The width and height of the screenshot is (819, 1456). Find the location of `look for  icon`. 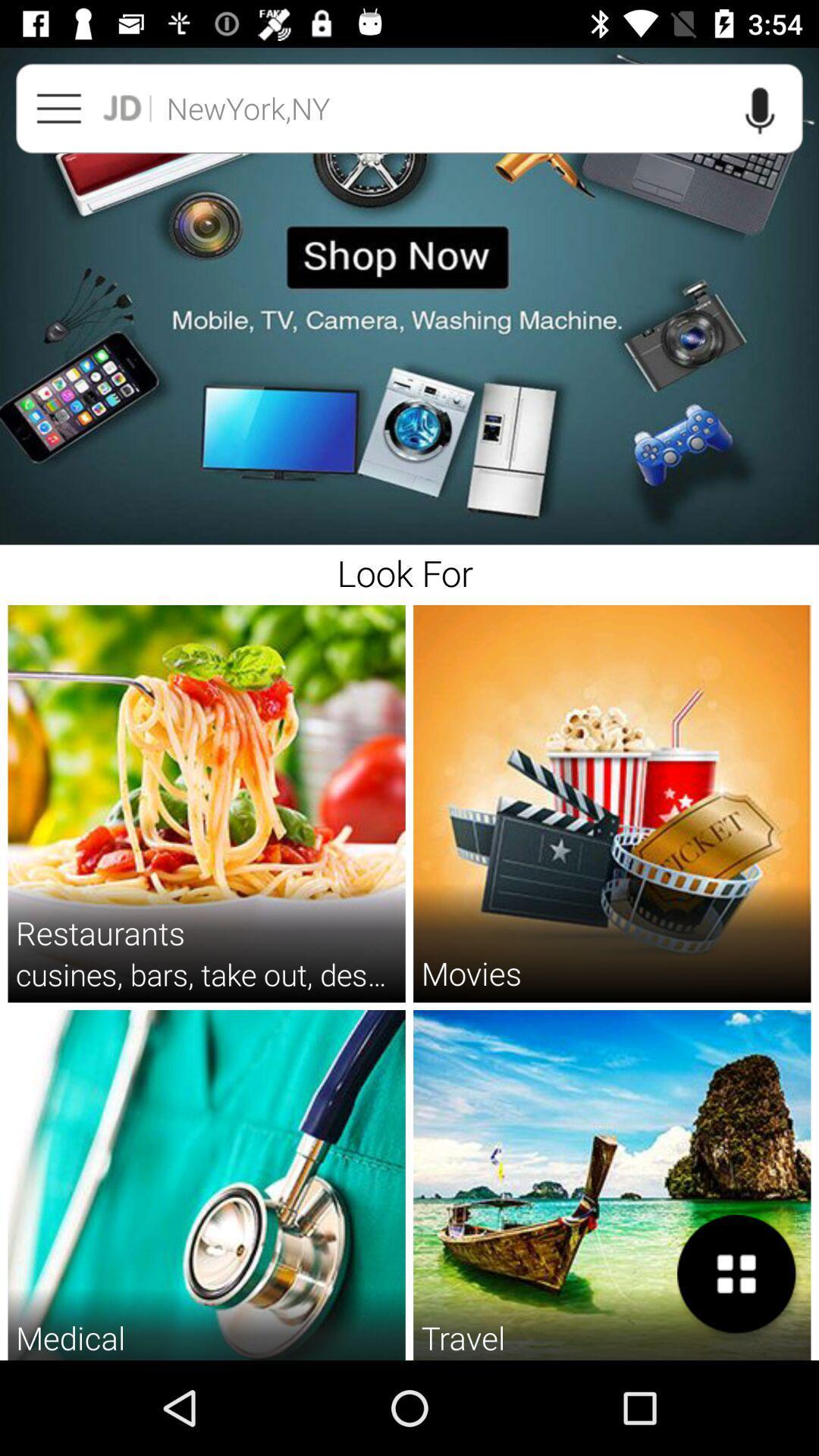

look for  icon is located at coordinates (409, 570).